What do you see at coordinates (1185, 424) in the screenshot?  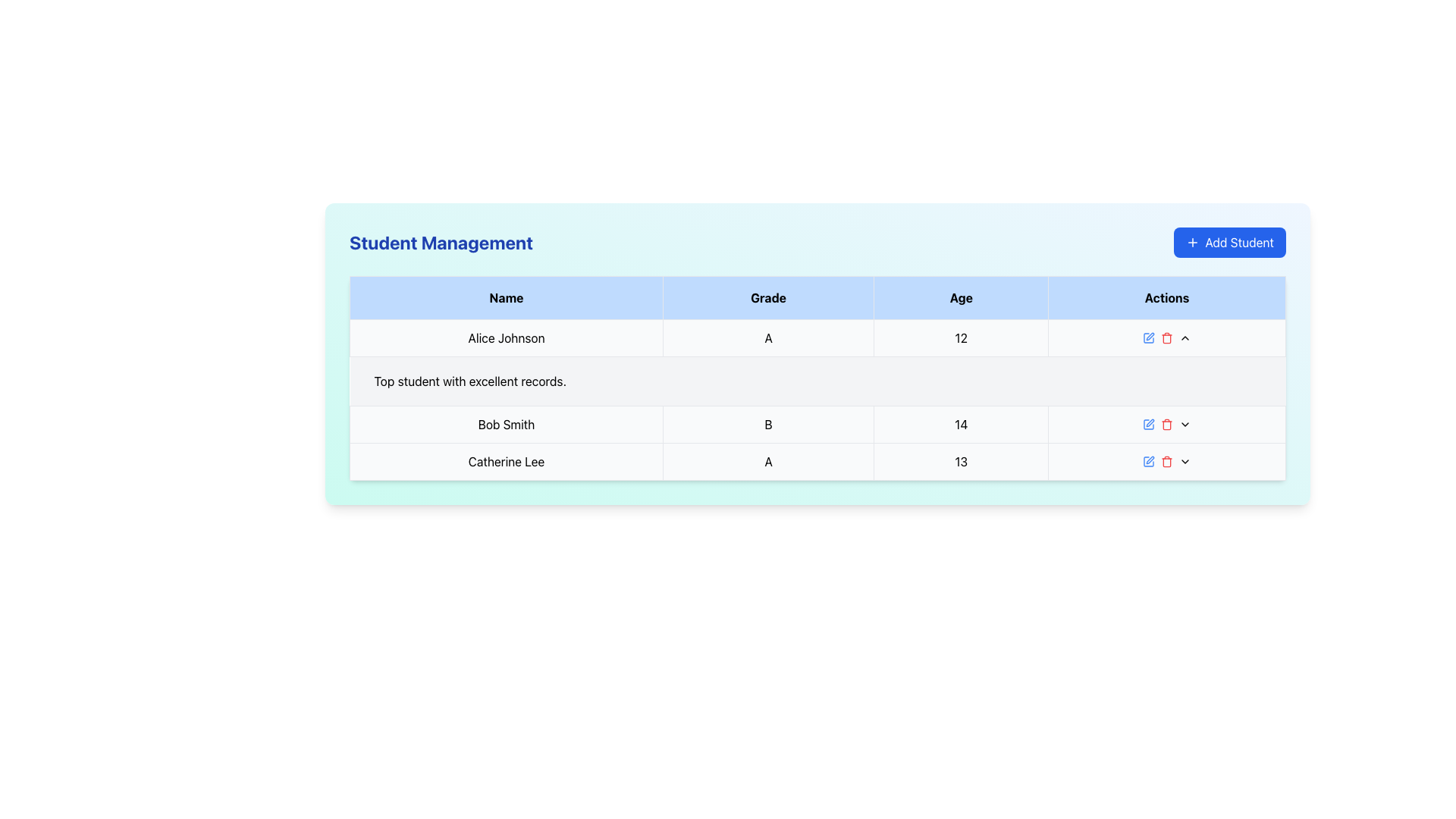 I see `the Dropdown trigger icon in the 'Actions' column for the 'Bob Smith' record` at bounding box center [1185, 424].